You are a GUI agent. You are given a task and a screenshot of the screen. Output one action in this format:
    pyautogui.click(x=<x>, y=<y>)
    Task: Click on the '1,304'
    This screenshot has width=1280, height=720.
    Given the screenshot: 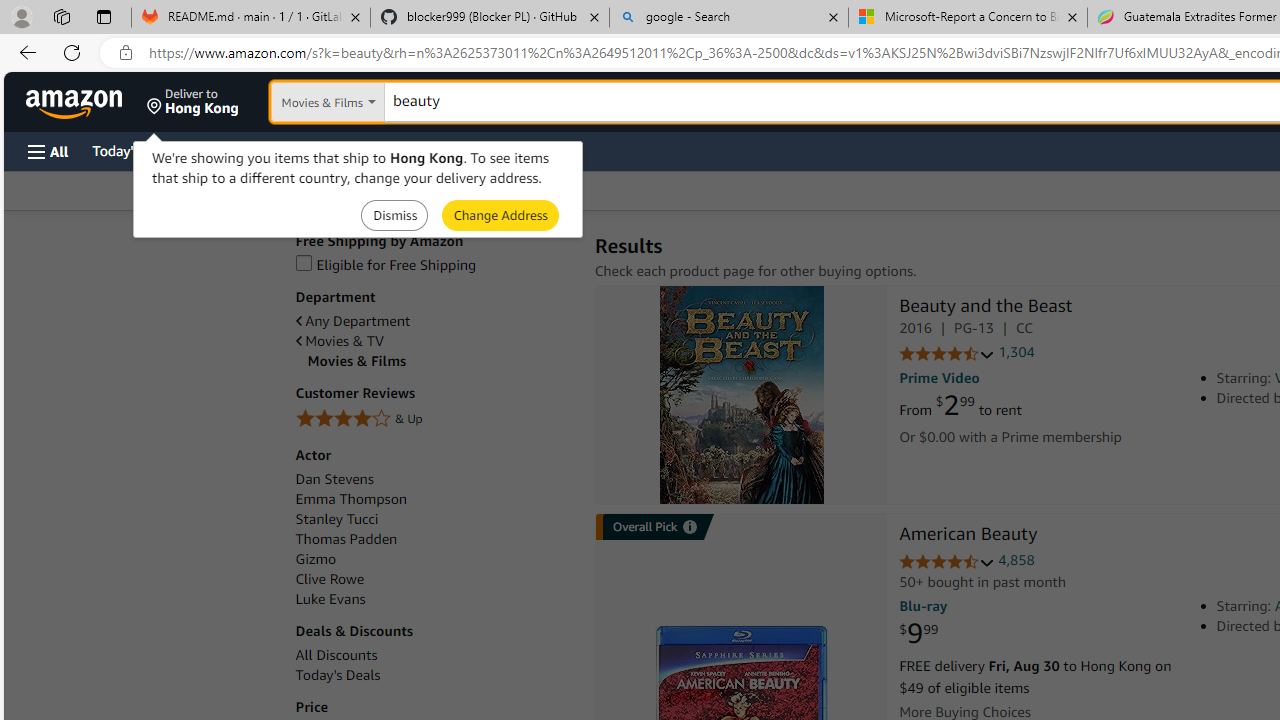 What is the action you would take?
    pyautogui.click(x=1016, y=351)
    